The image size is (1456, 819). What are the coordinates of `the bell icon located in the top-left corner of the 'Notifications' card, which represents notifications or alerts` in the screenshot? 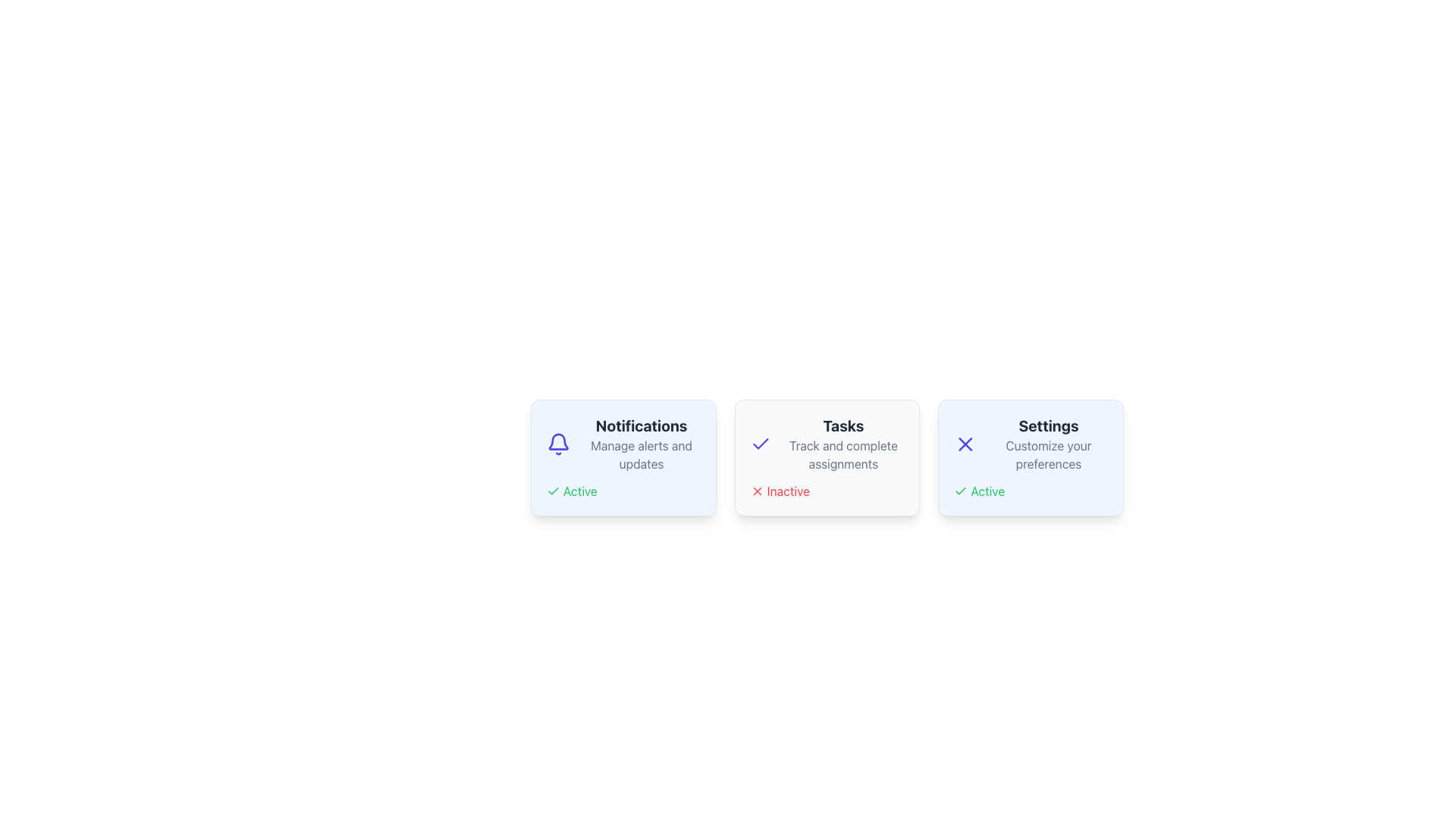 It's located at (557, 441).